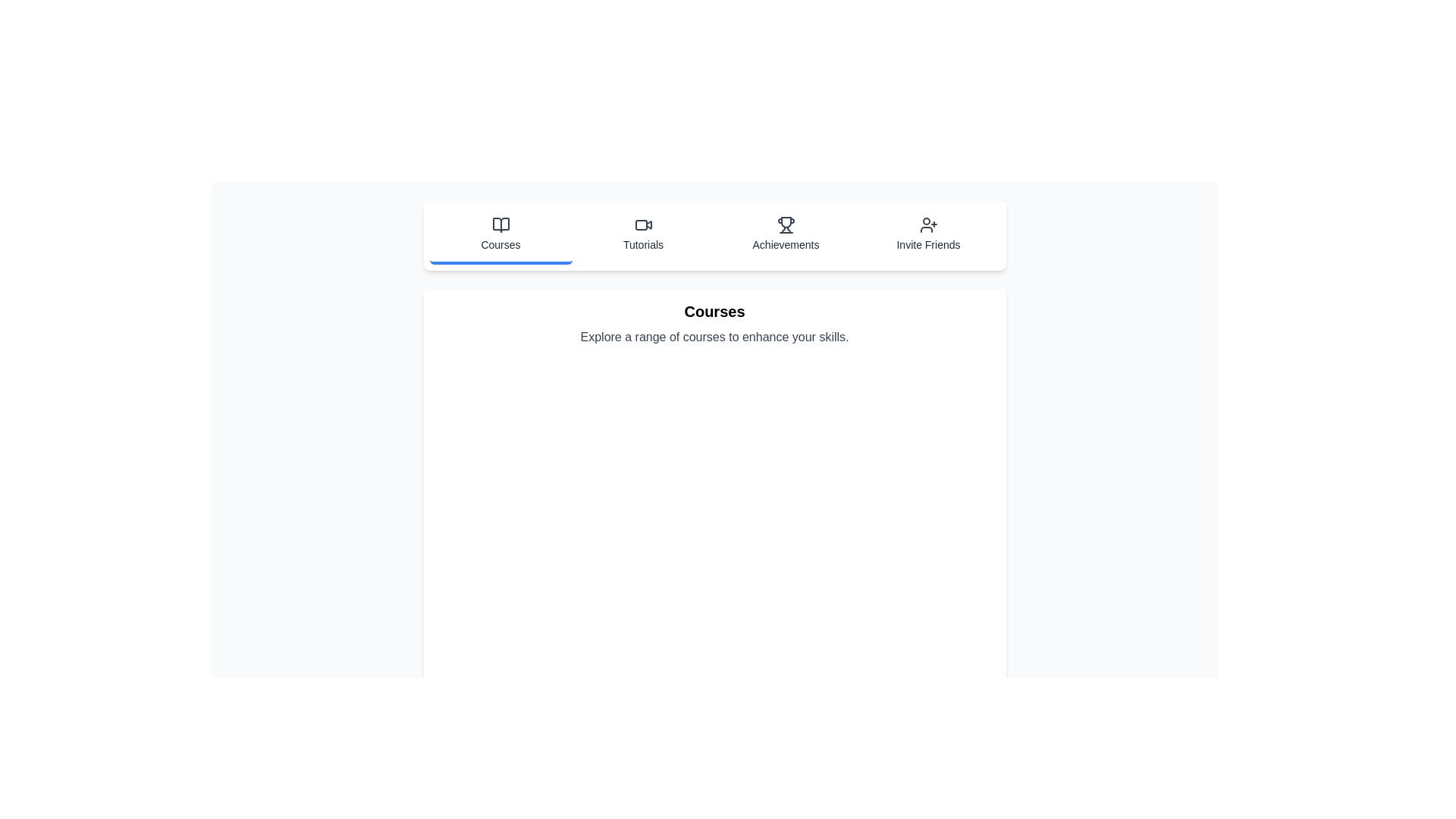 This screenshot has height=819, width=1456. What do you see at coordinates (927, 244) in the screenshot?
I see `the text label that serves as the title for the 'Invite Friends' button located in the horizontal navigation section at the top of the page` at bounding box center [927, 244].